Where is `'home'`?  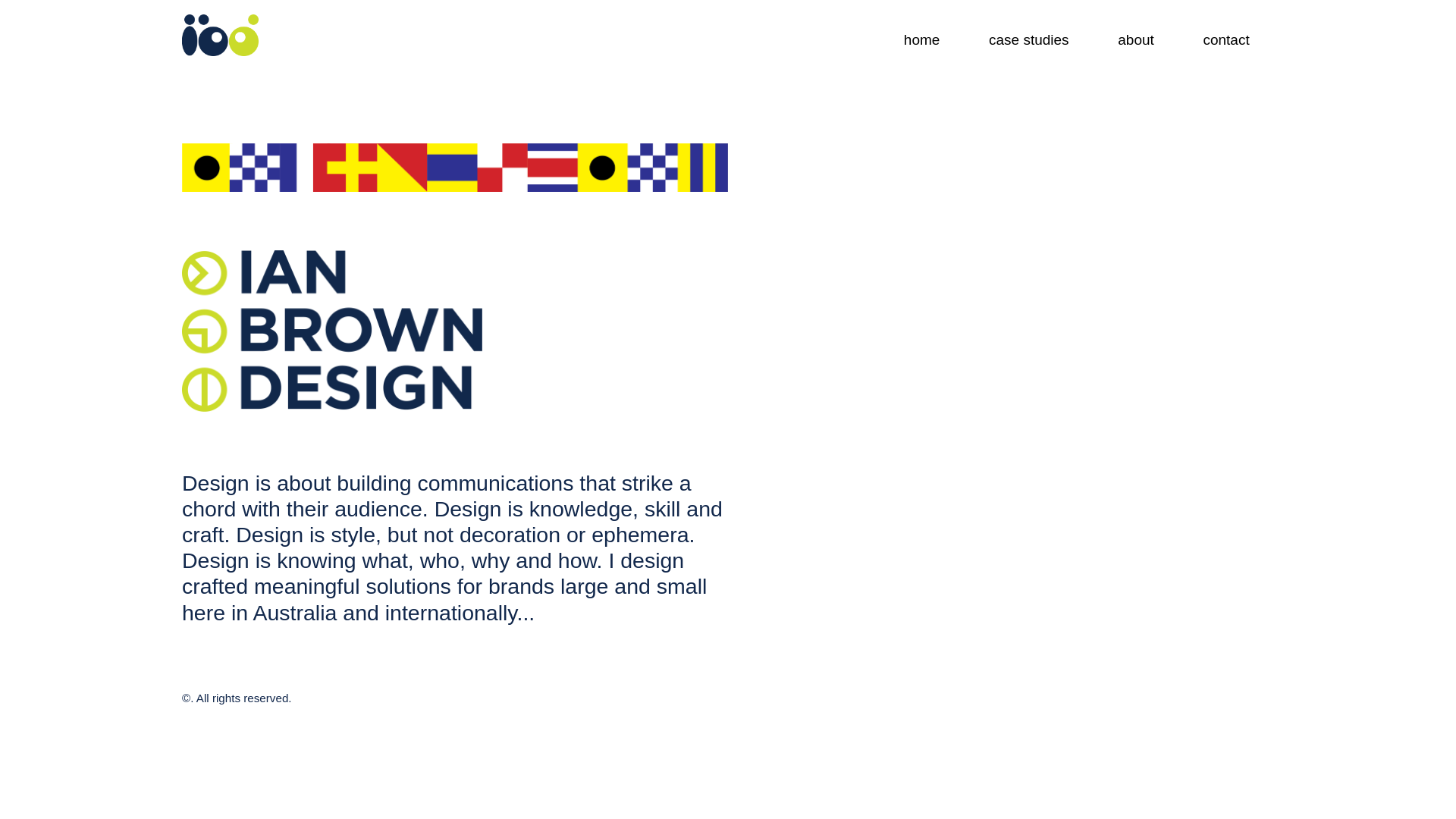
'home' is located at coordinates (921, 39).